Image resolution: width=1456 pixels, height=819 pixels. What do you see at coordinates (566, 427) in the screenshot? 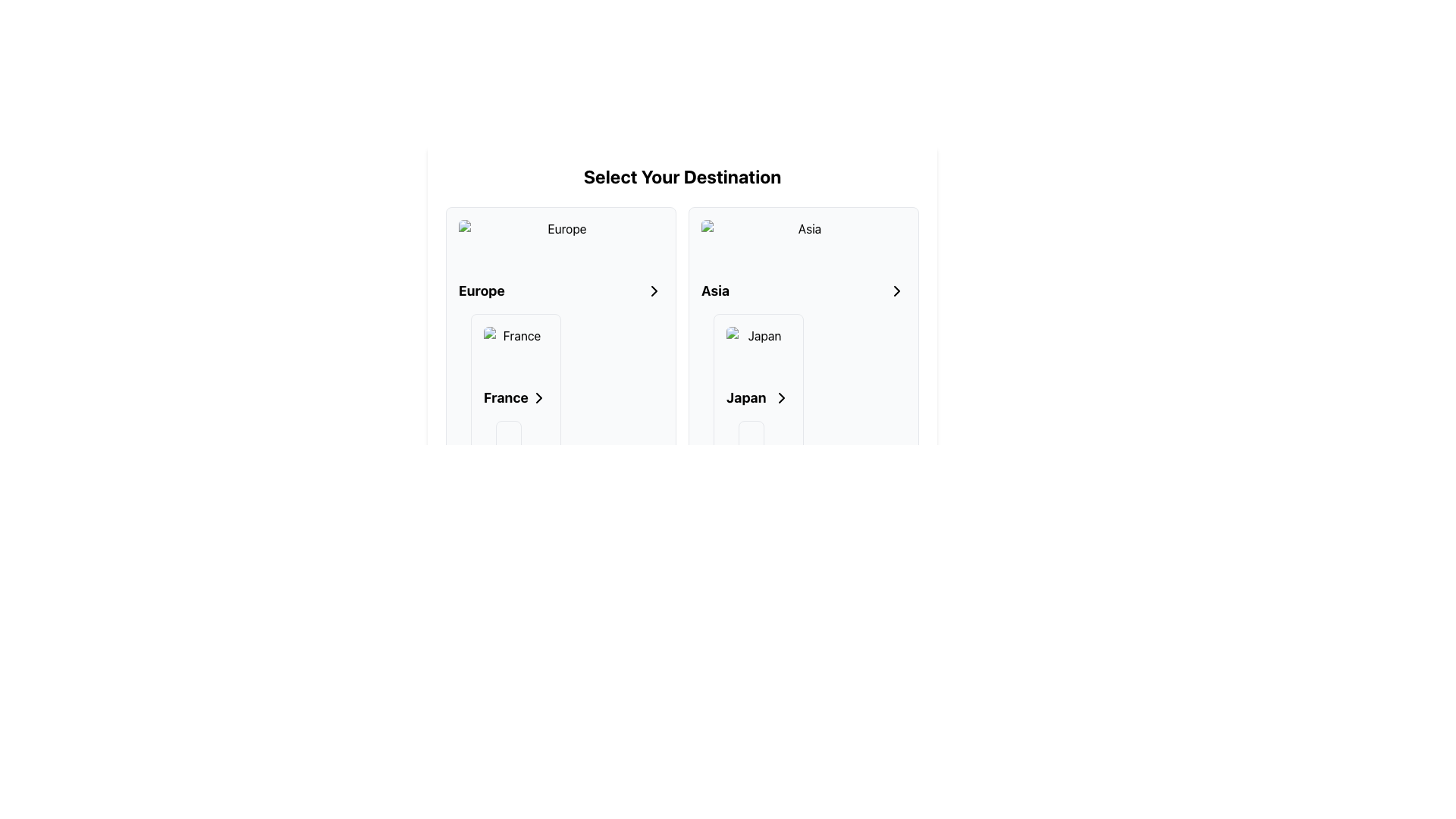
I see `the interactive selection button for 'France' under the 'Europe' category` at bounding box center [566, 427].